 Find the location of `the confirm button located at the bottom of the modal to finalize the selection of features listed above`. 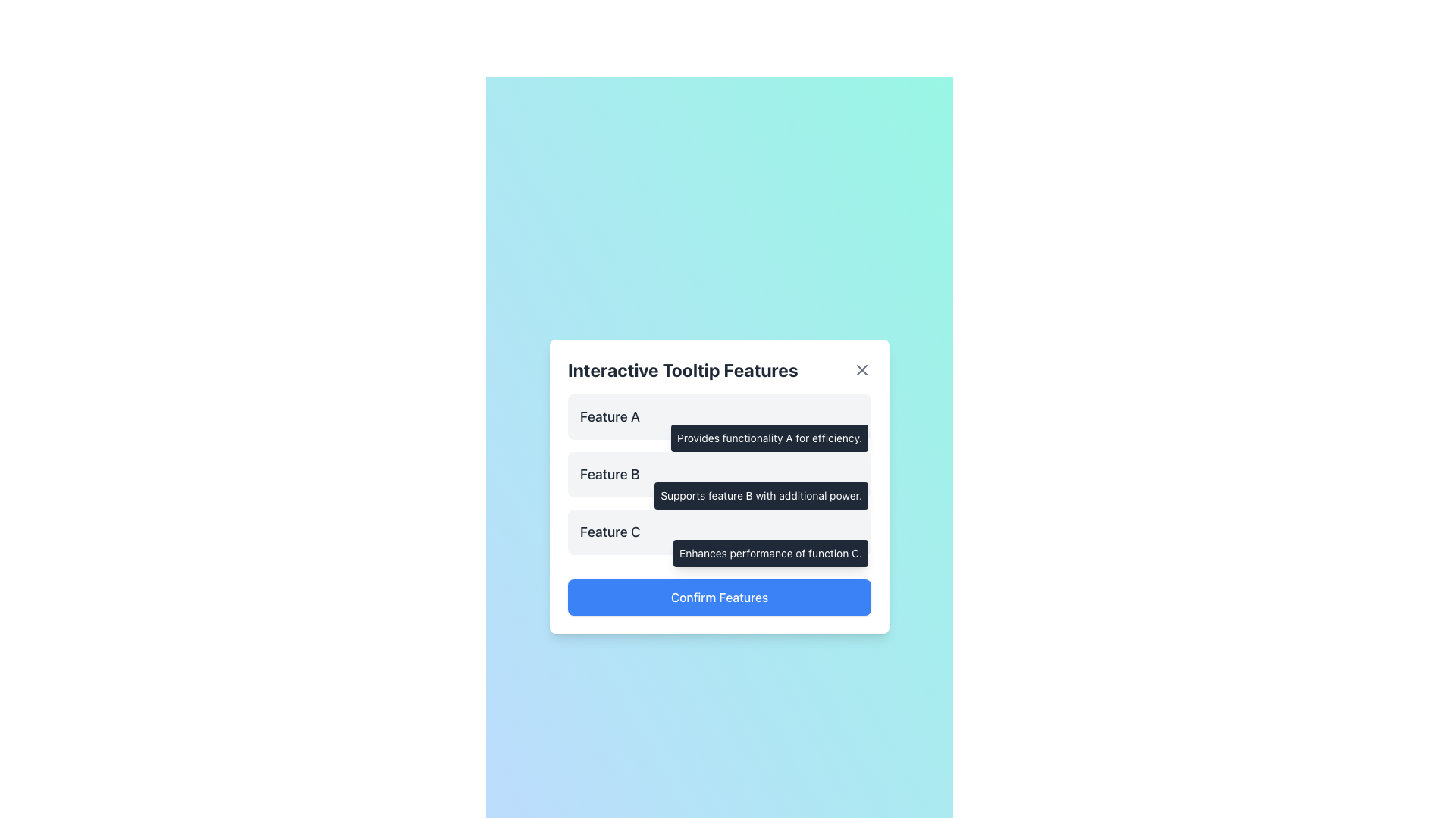

the confirm button located at the bottom of the modal to finalize the selection of features listed above is located at coordinates (719, 596).